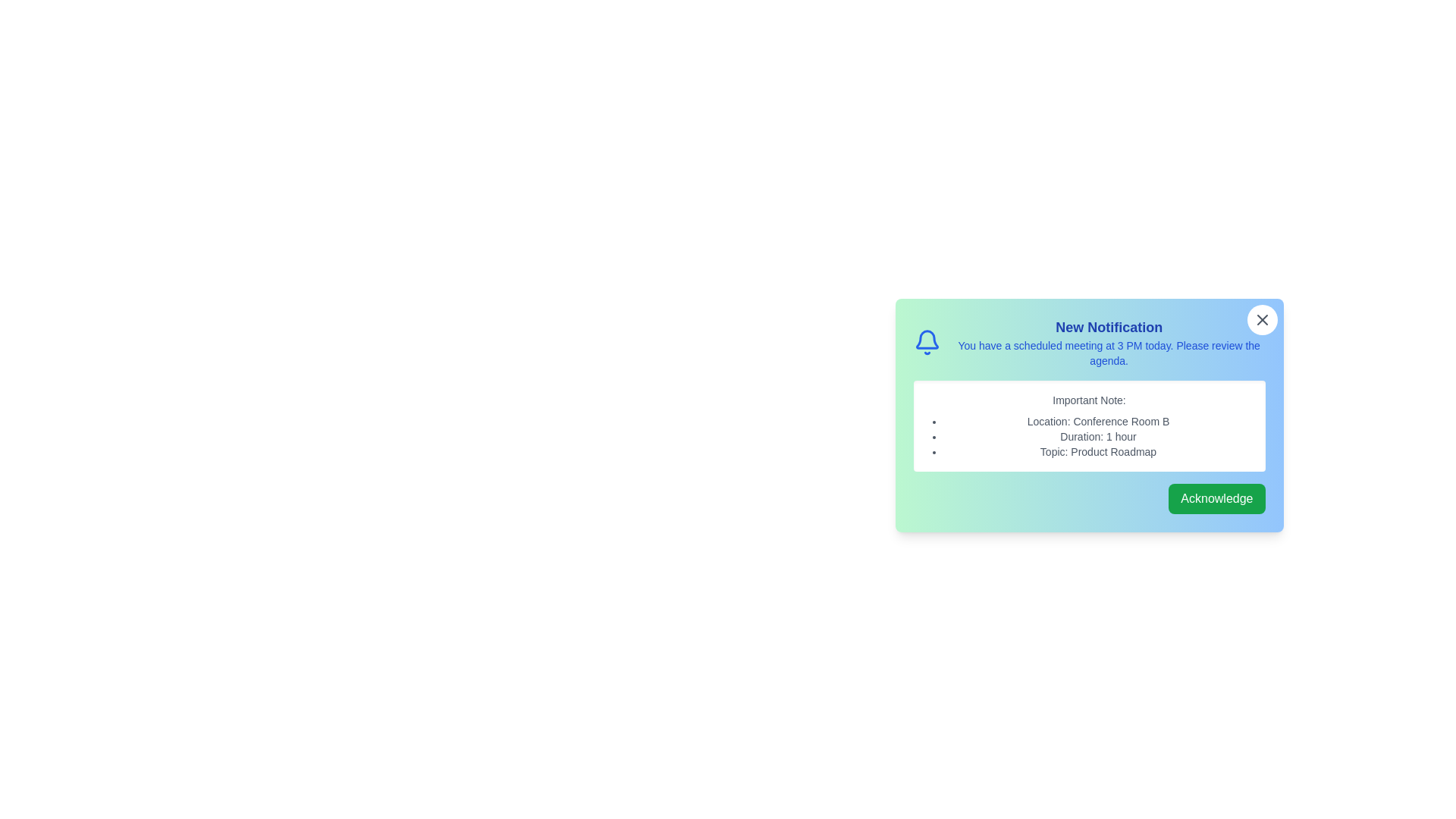 The image size is (1456, 819). What do you see at coordinates (926, 342) in the screenshot?
I see `the bell icon to interact with it` at bounding box center [926, 342].